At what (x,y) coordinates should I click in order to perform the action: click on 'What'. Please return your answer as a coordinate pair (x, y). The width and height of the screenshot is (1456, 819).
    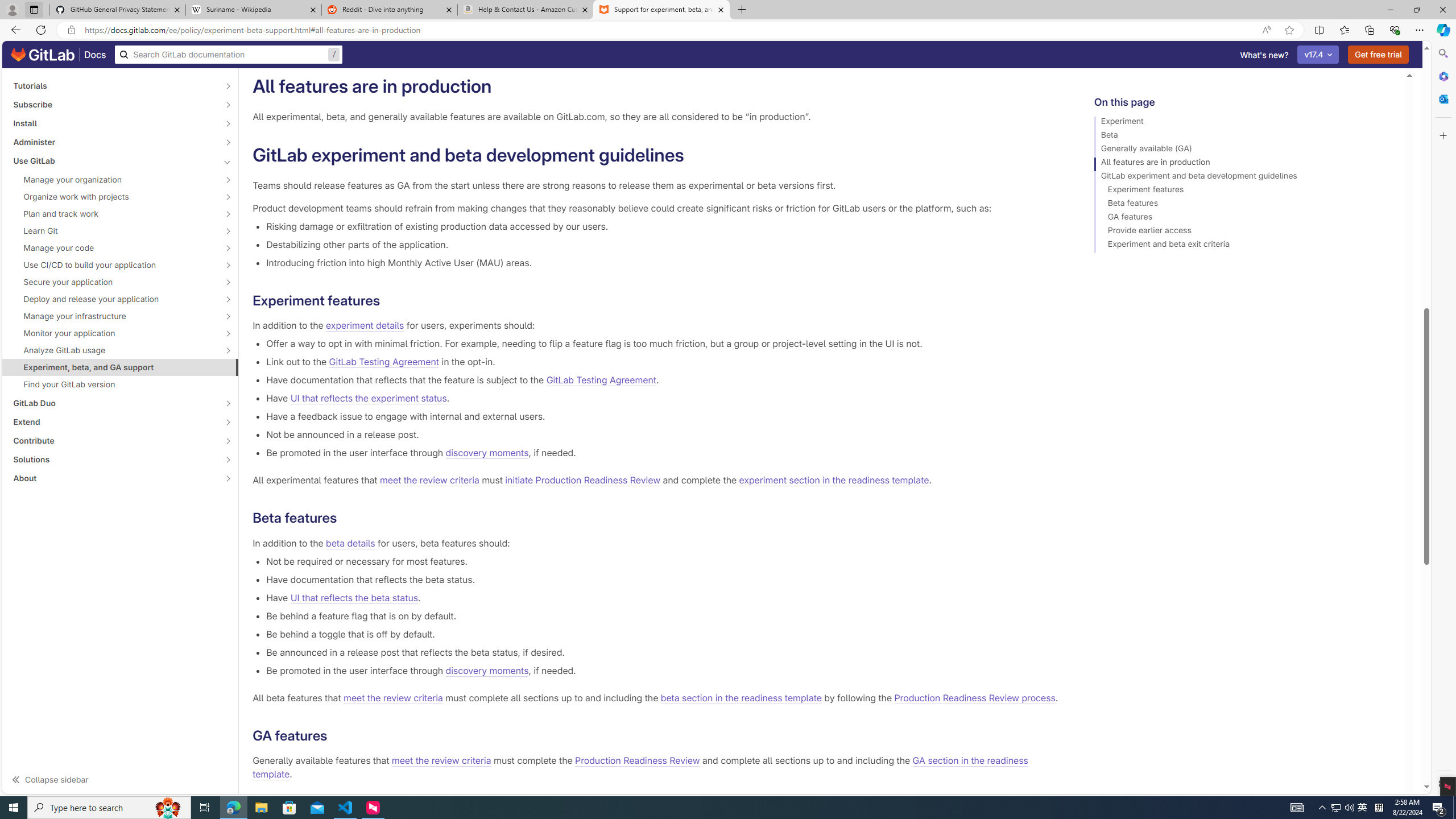
    Looking at the image, I should click on (1263, 54).